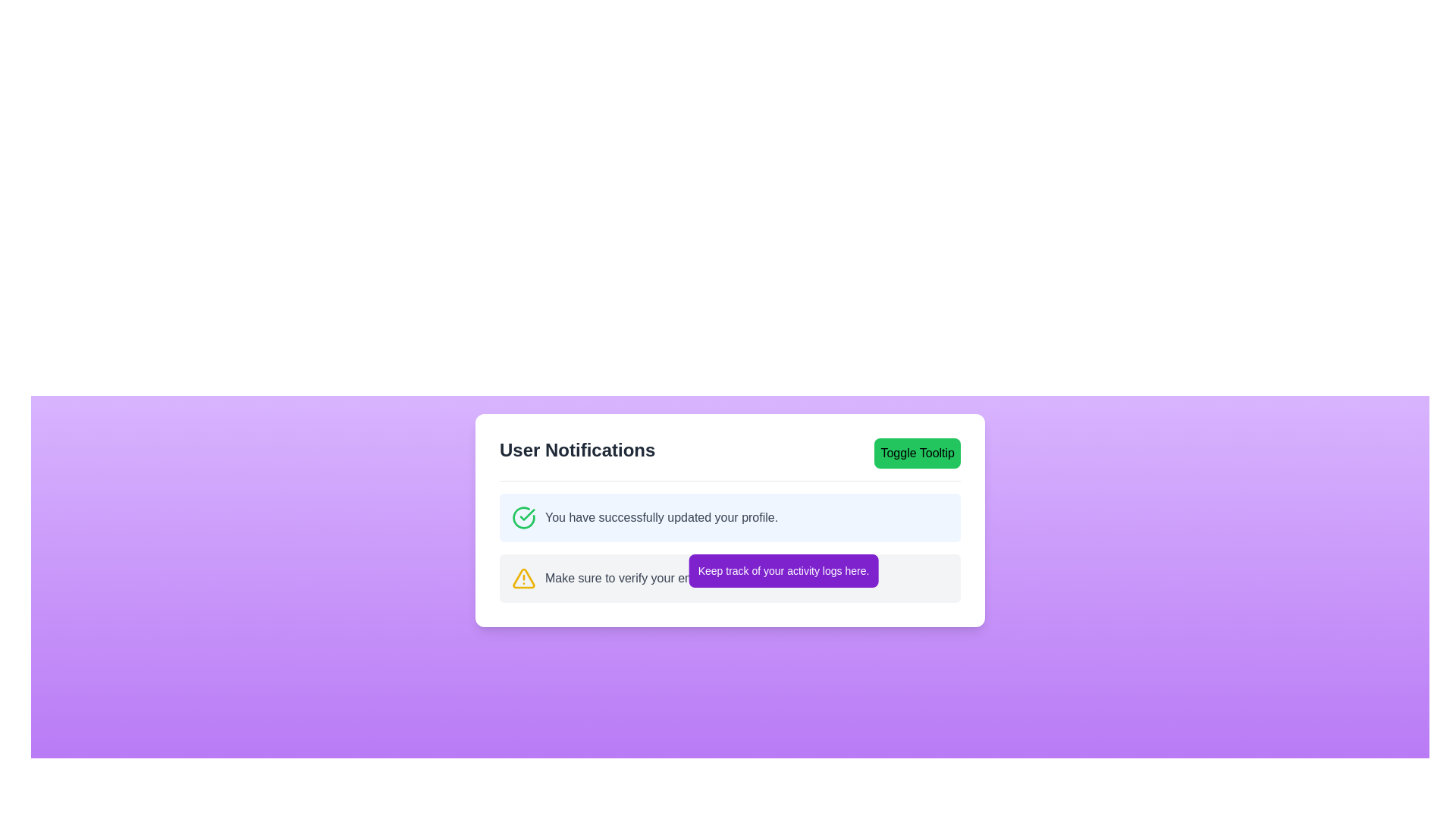 This screenshot has height=819, width=1456. I want to click on notification content displayed in the notification box titled 'User Notifications', specifically the second notification that informs about tracking activity logs and verifying email address, with a highlighted tooltip section for emphasis, so click(730, 548).